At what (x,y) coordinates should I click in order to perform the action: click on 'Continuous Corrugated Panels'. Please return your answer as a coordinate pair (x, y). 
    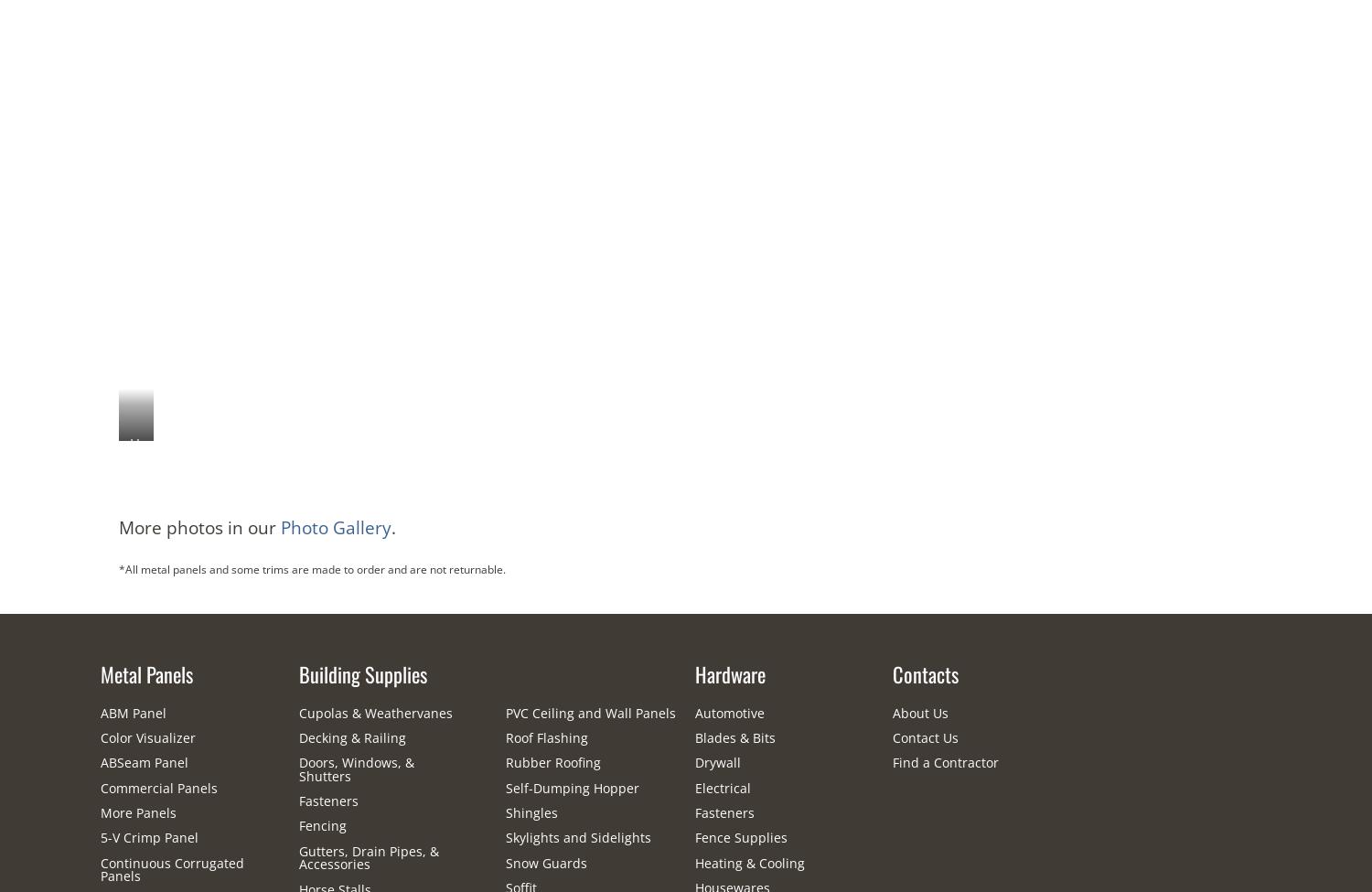
    Looking at the image, I should click on (172, 868).